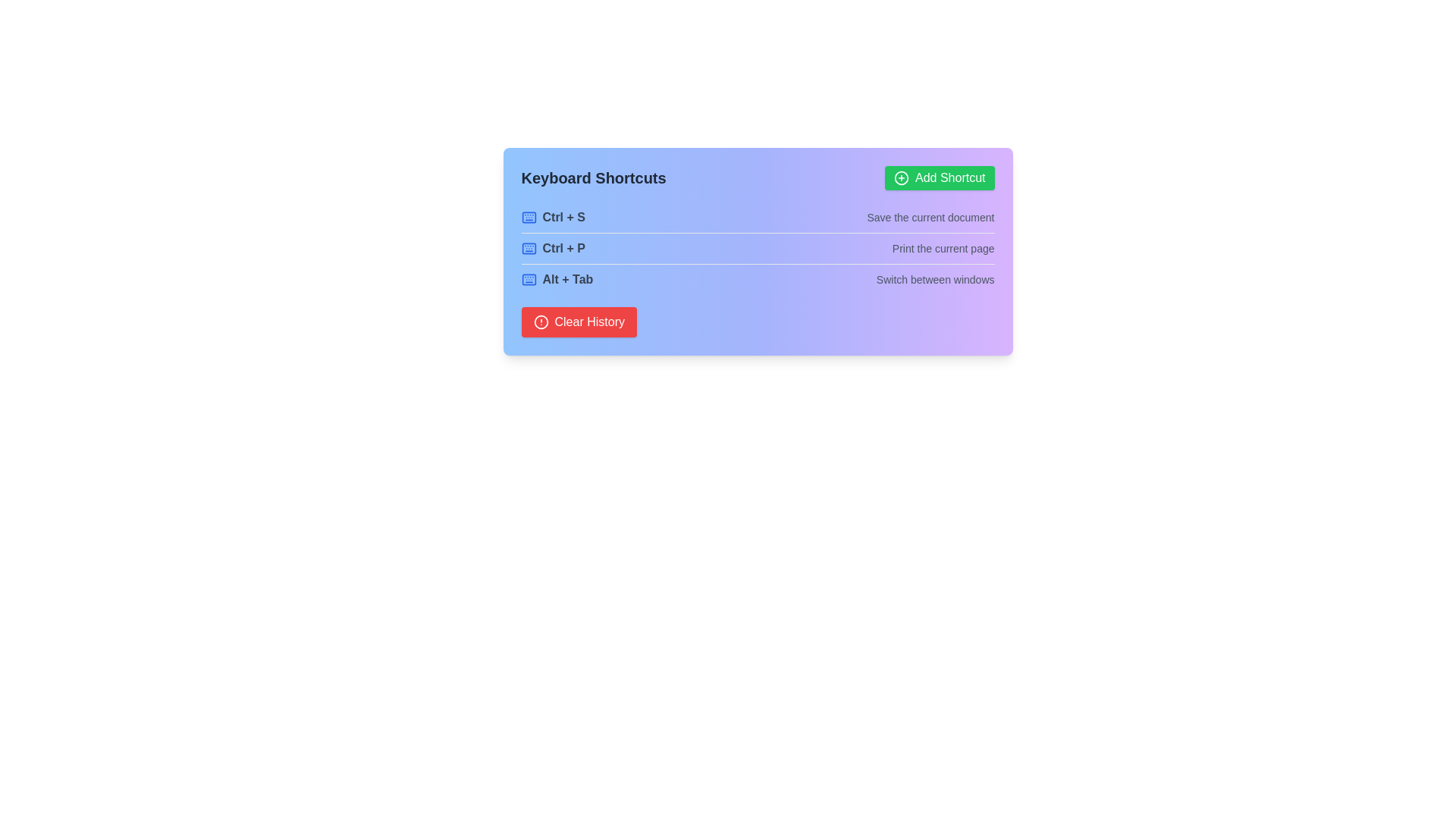  Describe the element at coordinates (934, 280) in the screenshot. I see `the text label reading 'Switch between windows.' which is styled in a smaller gray font on the purple background of the keyboard shortcuts pane` at that location.